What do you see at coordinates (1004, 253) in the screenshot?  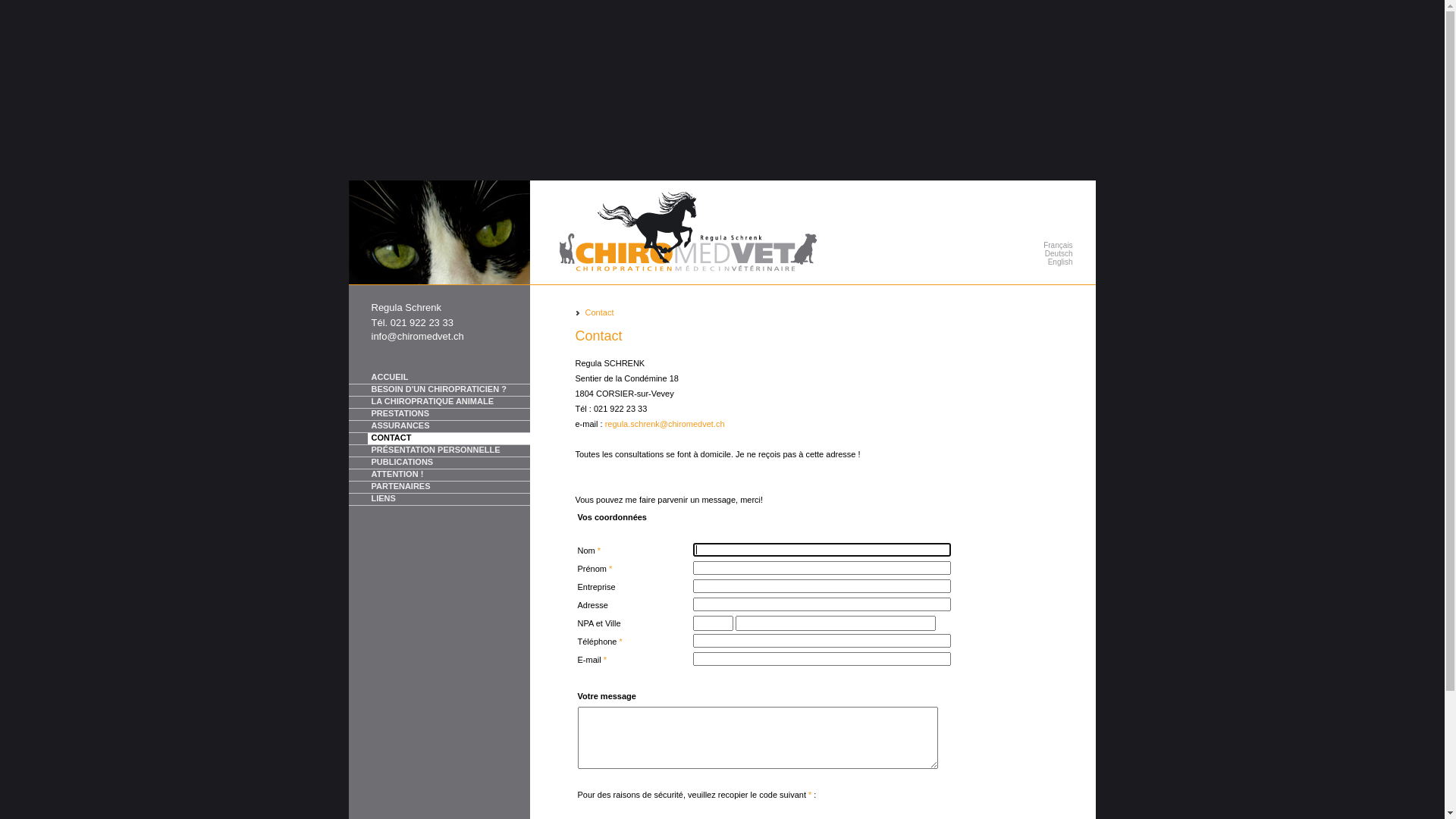 I see `'Deutsch'` at bounding box center [1004, 253].